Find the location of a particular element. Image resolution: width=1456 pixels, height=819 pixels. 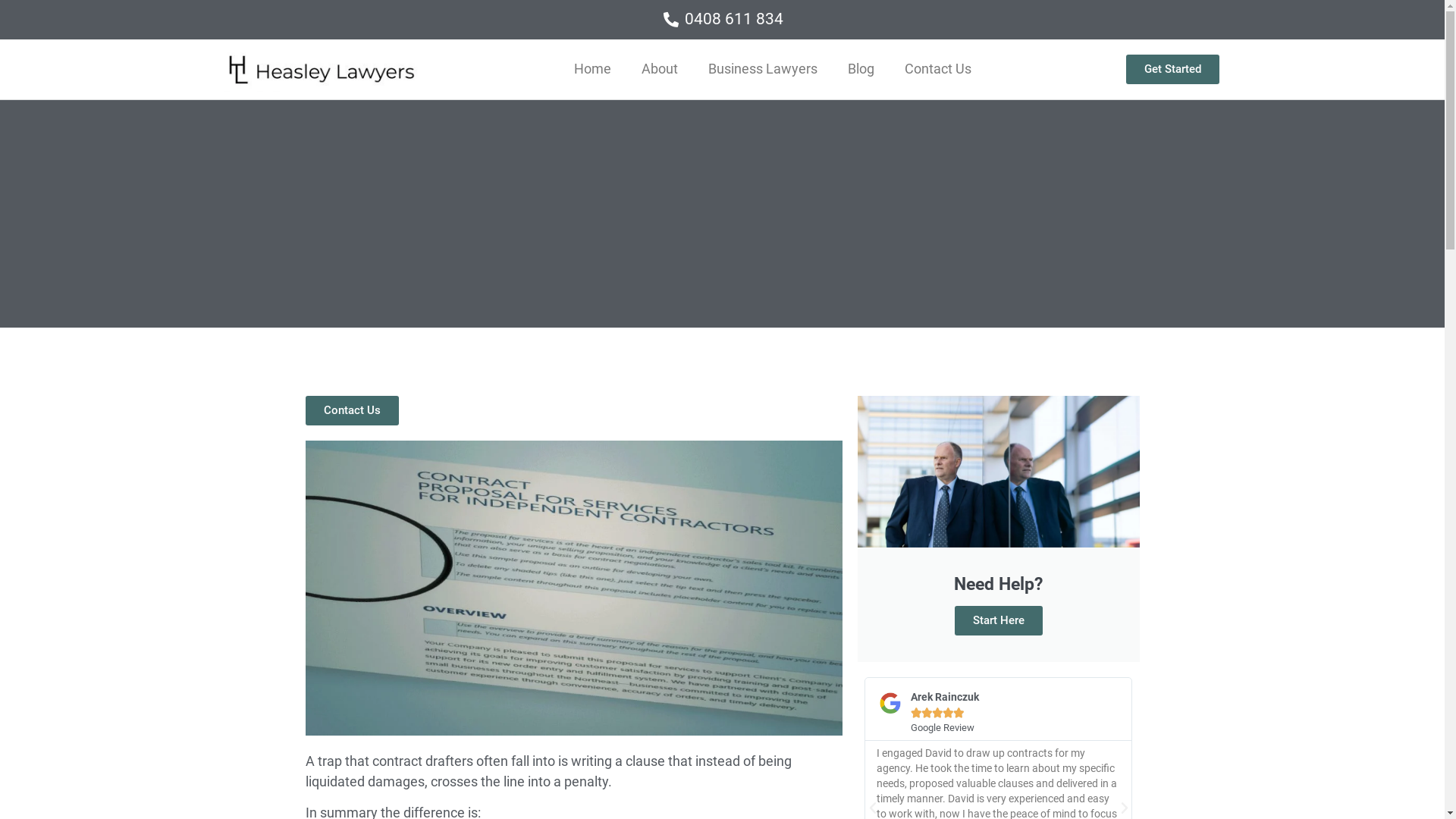

'Business Lawyers' is located at coordinates (763, 69).